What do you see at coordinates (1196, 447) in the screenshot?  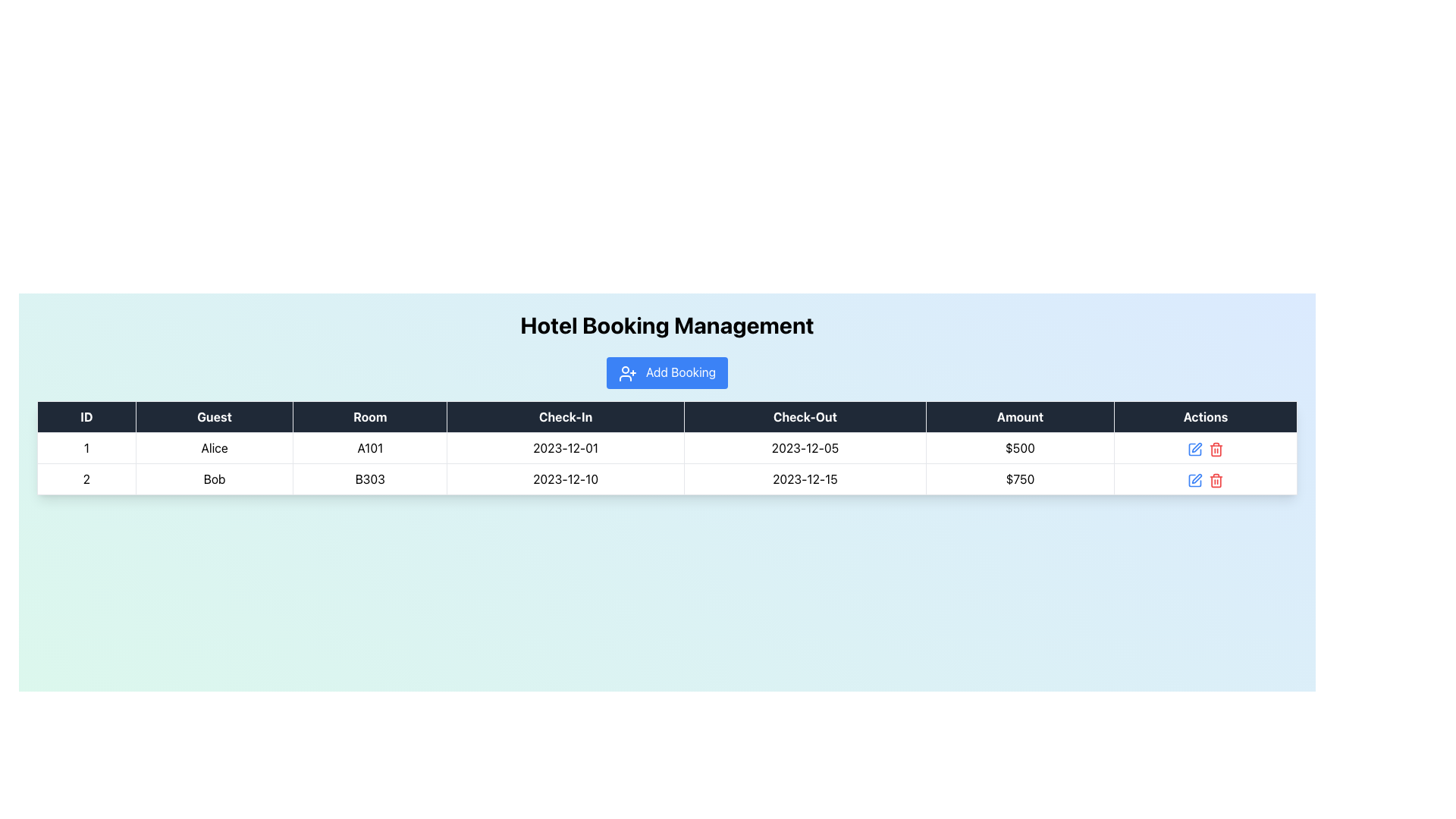 I see `the edit icon located in the 'Actions' column of the second row corresponding to 'Bob'` at bounding box center [1196, 447].